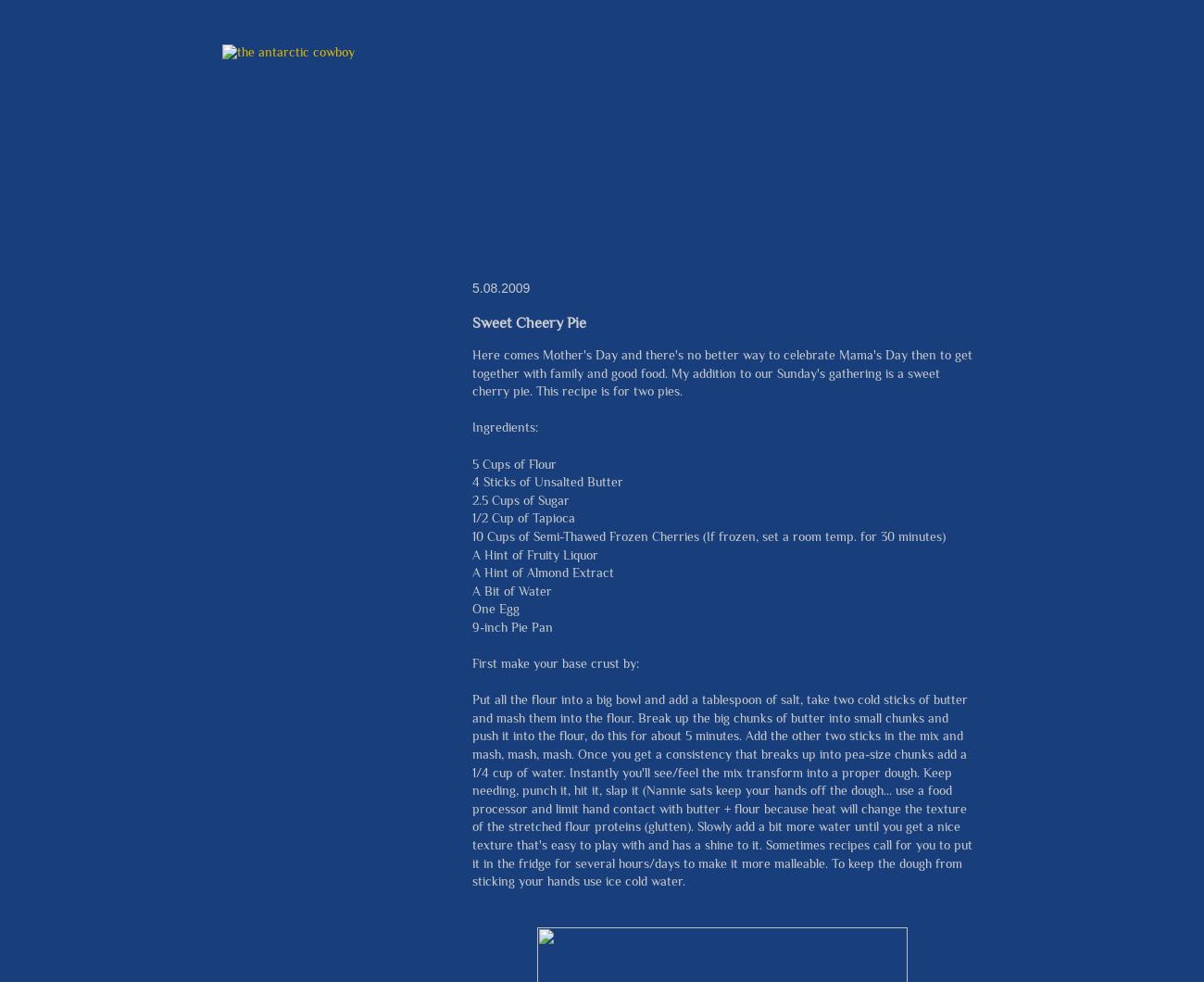 The height and width of the screenshot is (982, 1204). I want to click on '10 Cups of Semi-Thawed Frozen Cherries (If frozen, set a room temp. for 30 minutes)', so click(471, 535).